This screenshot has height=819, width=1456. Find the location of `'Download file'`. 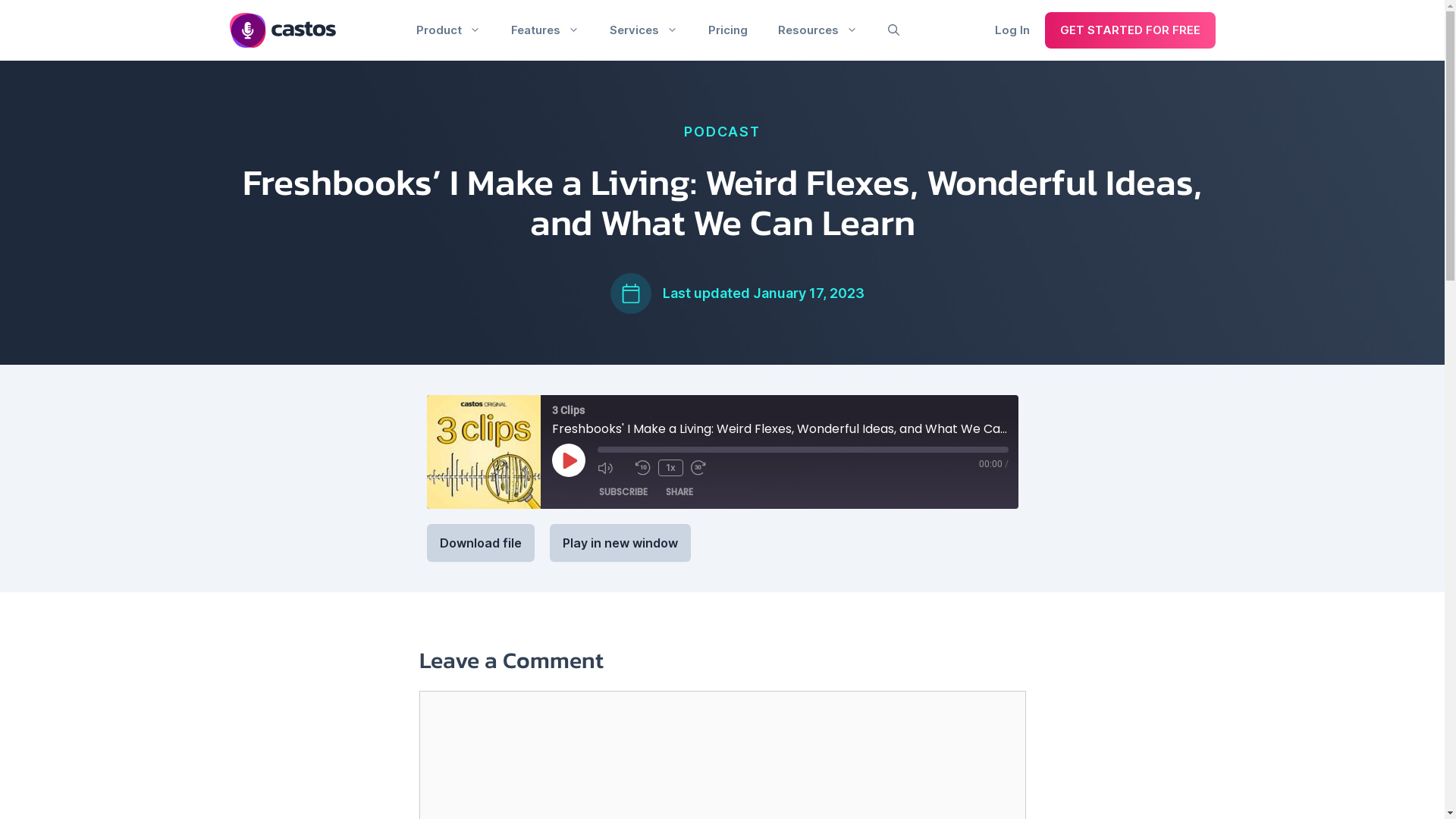

'Download file' is located at coordinates (479, 542).